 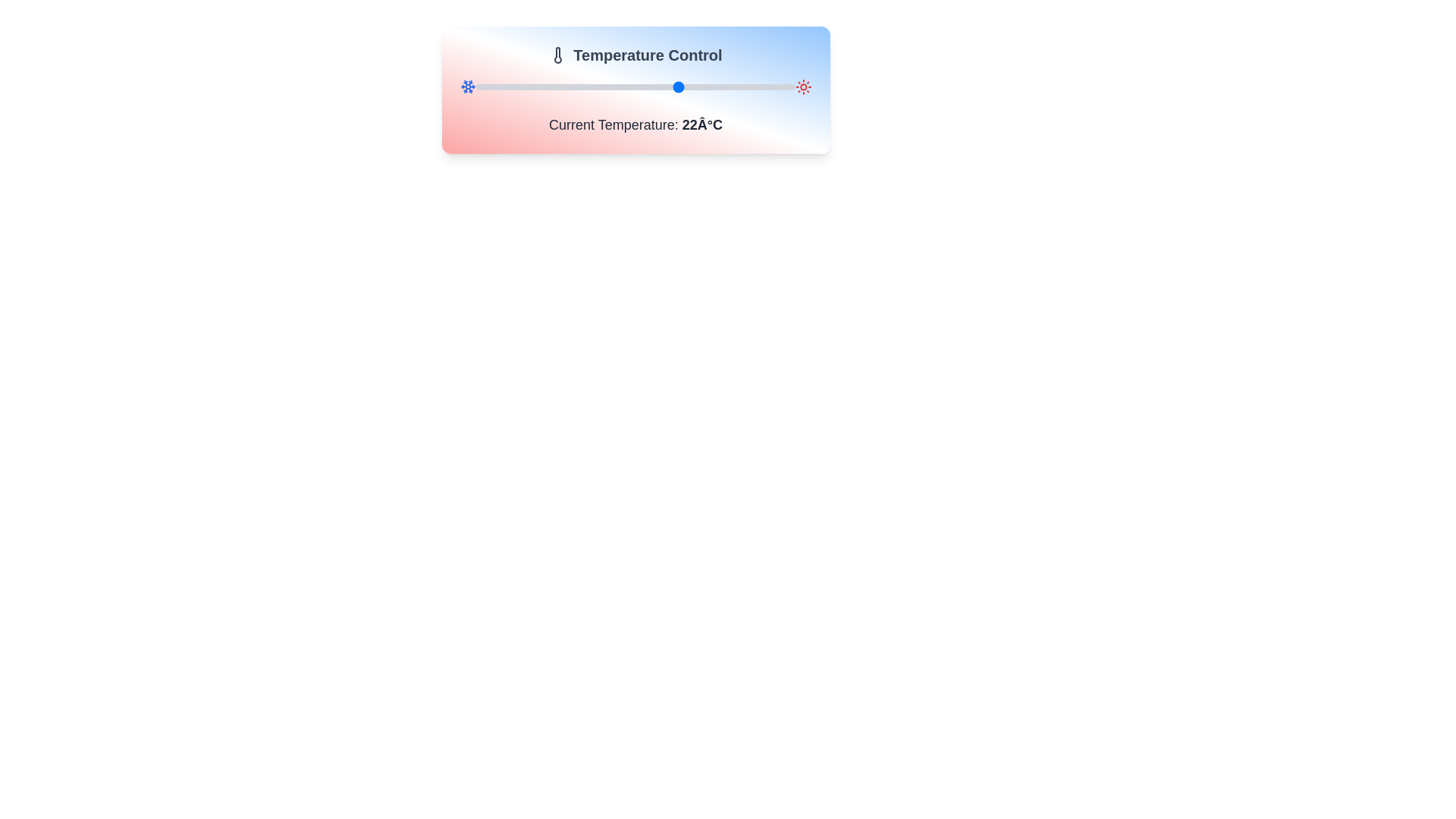 What do you see at coordinates (617, 87) in the screenshot?
I see `the temperature` at bounding box center [617, 87].